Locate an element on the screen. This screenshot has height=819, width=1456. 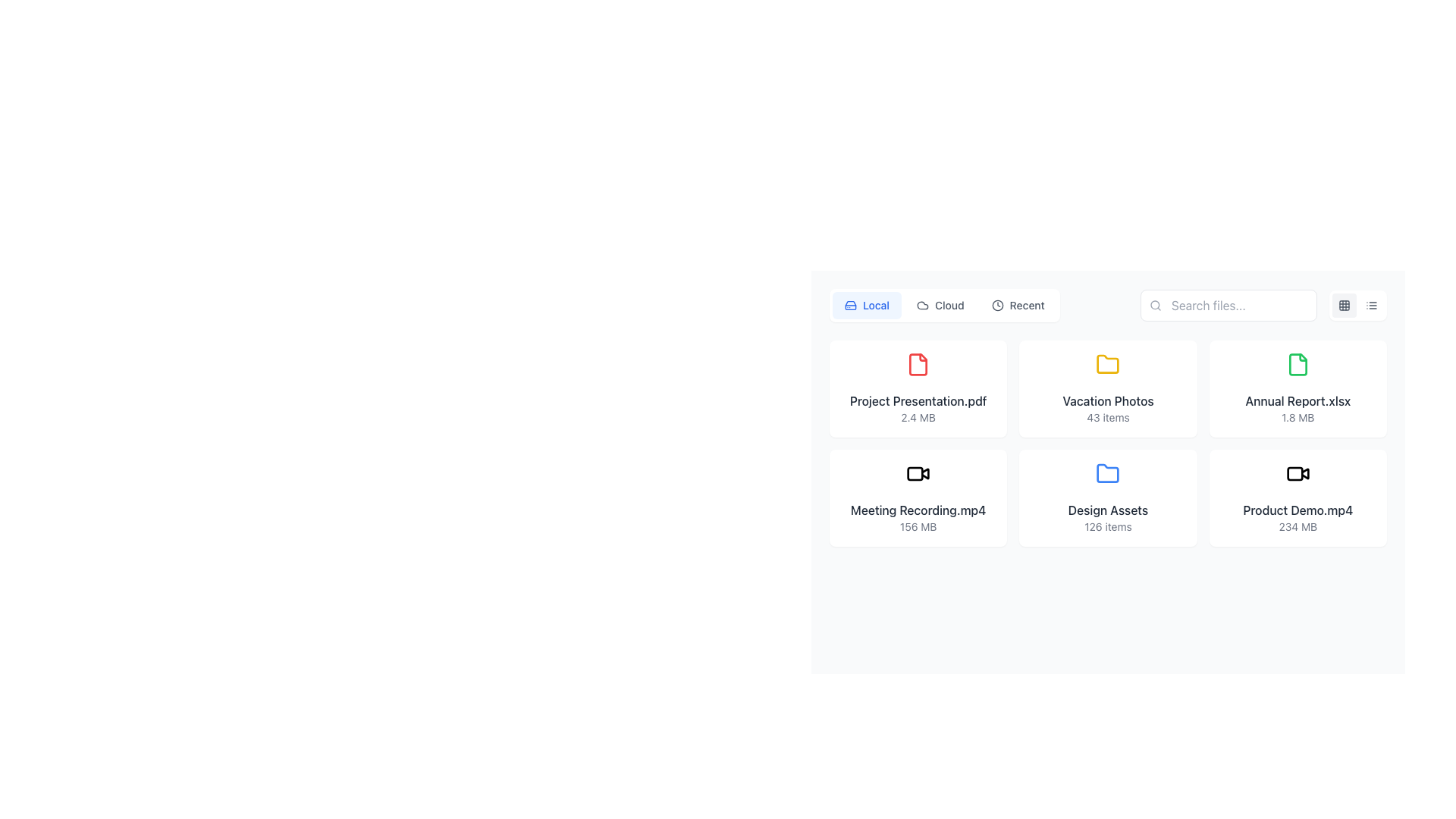
the text label displaying the filename 'Product Demo.mp4' is located at coordinates (1297, 510).